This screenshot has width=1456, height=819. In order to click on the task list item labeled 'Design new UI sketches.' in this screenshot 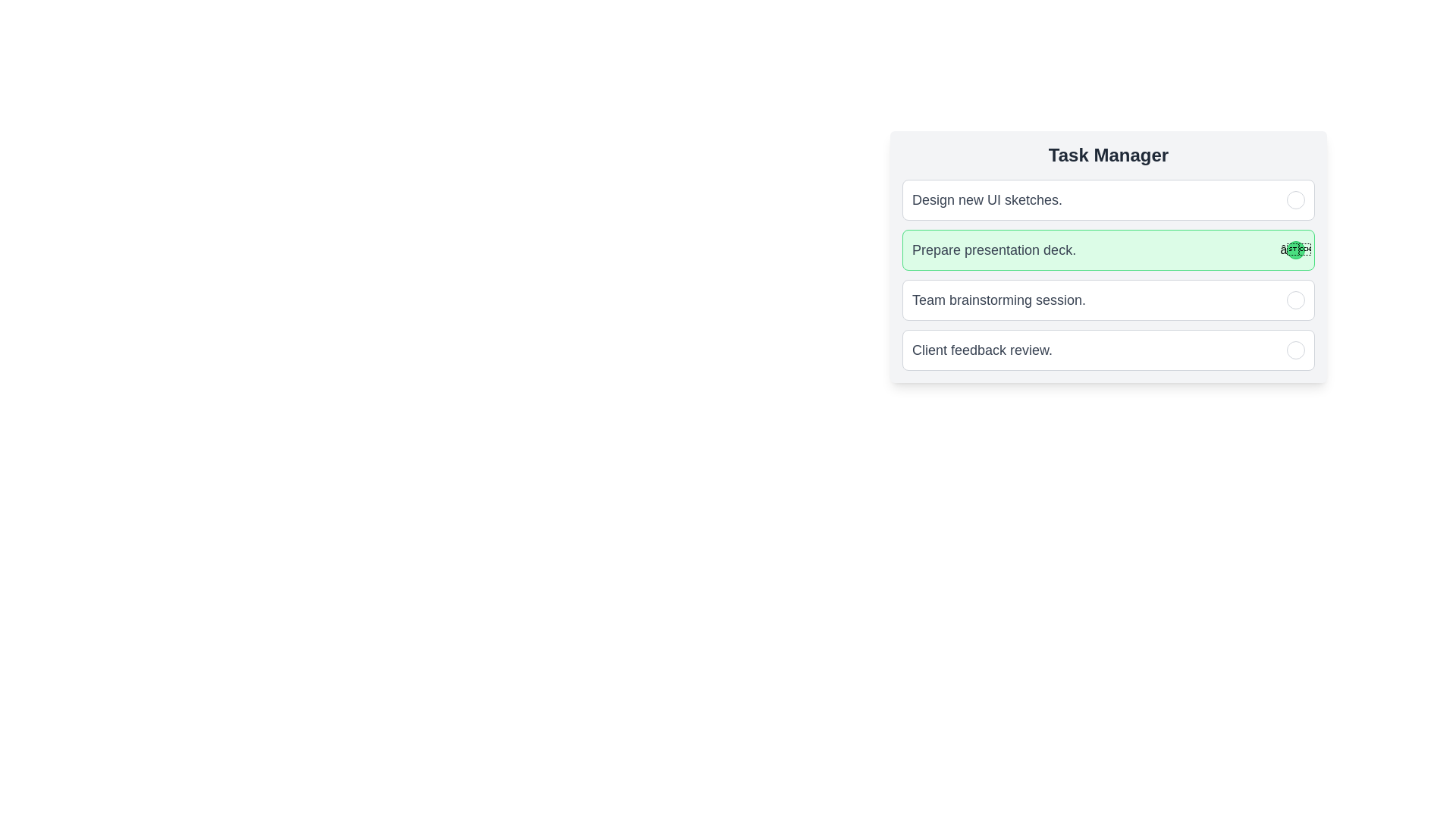, I will do `click(1109, 199)`.